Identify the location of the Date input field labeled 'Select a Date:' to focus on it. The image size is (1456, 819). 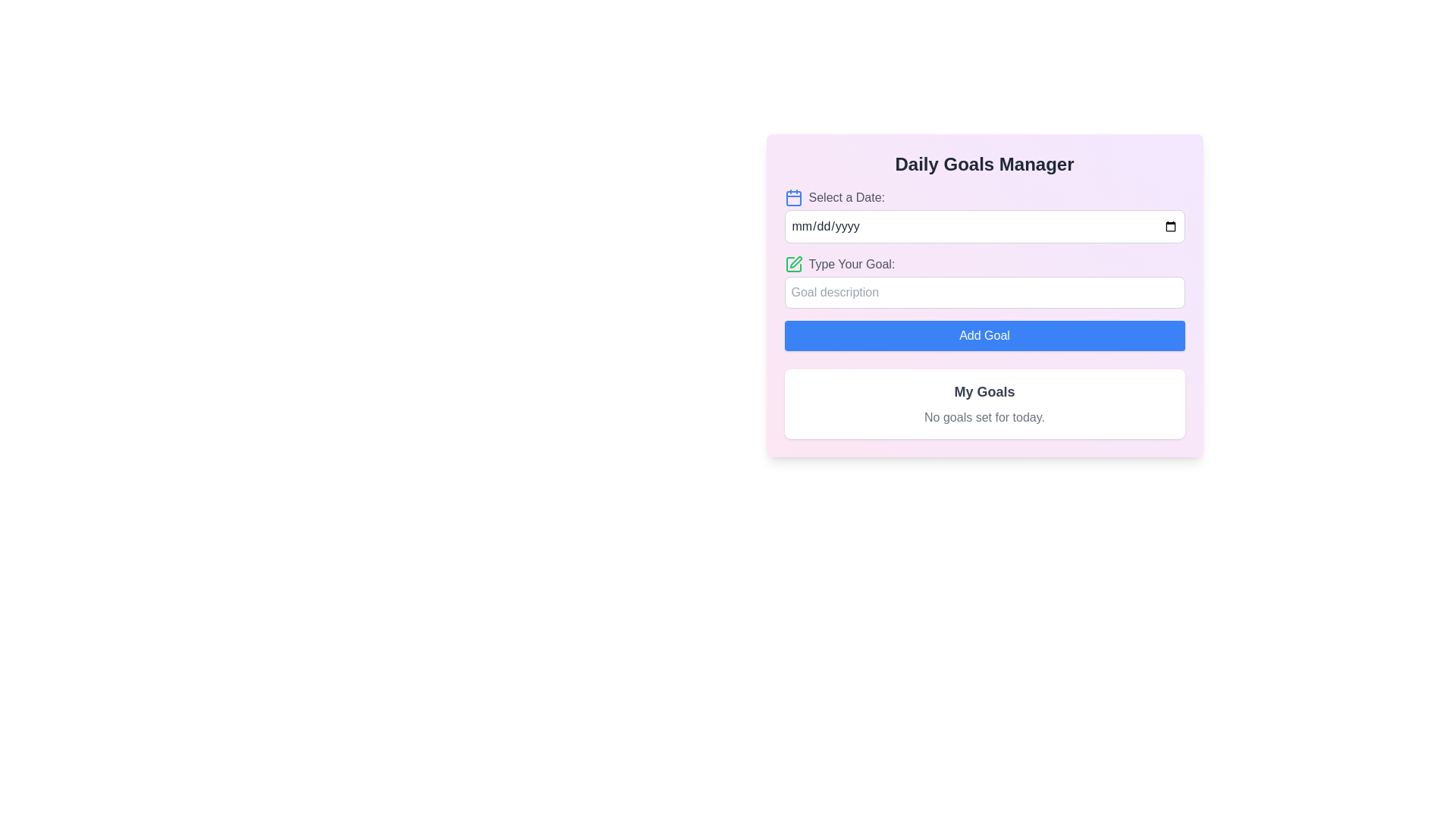
(984, 227).